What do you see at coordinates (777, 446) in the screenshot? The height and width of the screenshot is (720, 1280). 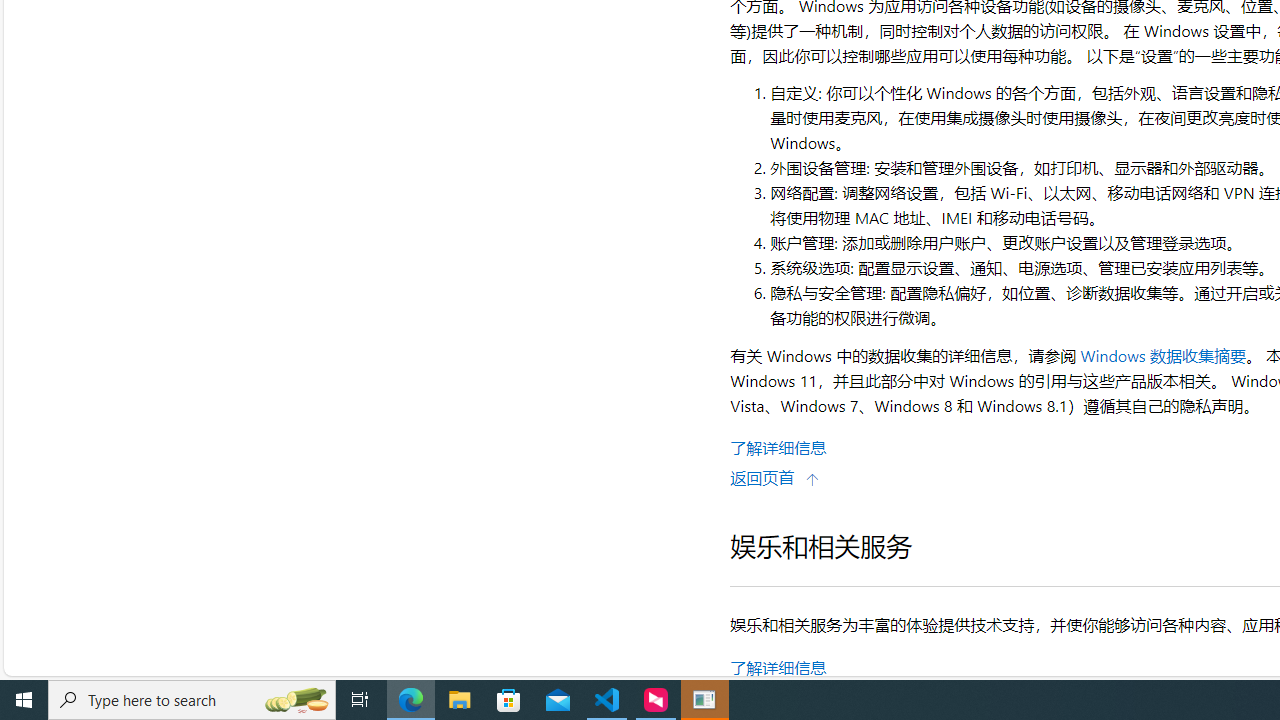 I see `'Learn More about Windows'` at bounding box center [777, 446].